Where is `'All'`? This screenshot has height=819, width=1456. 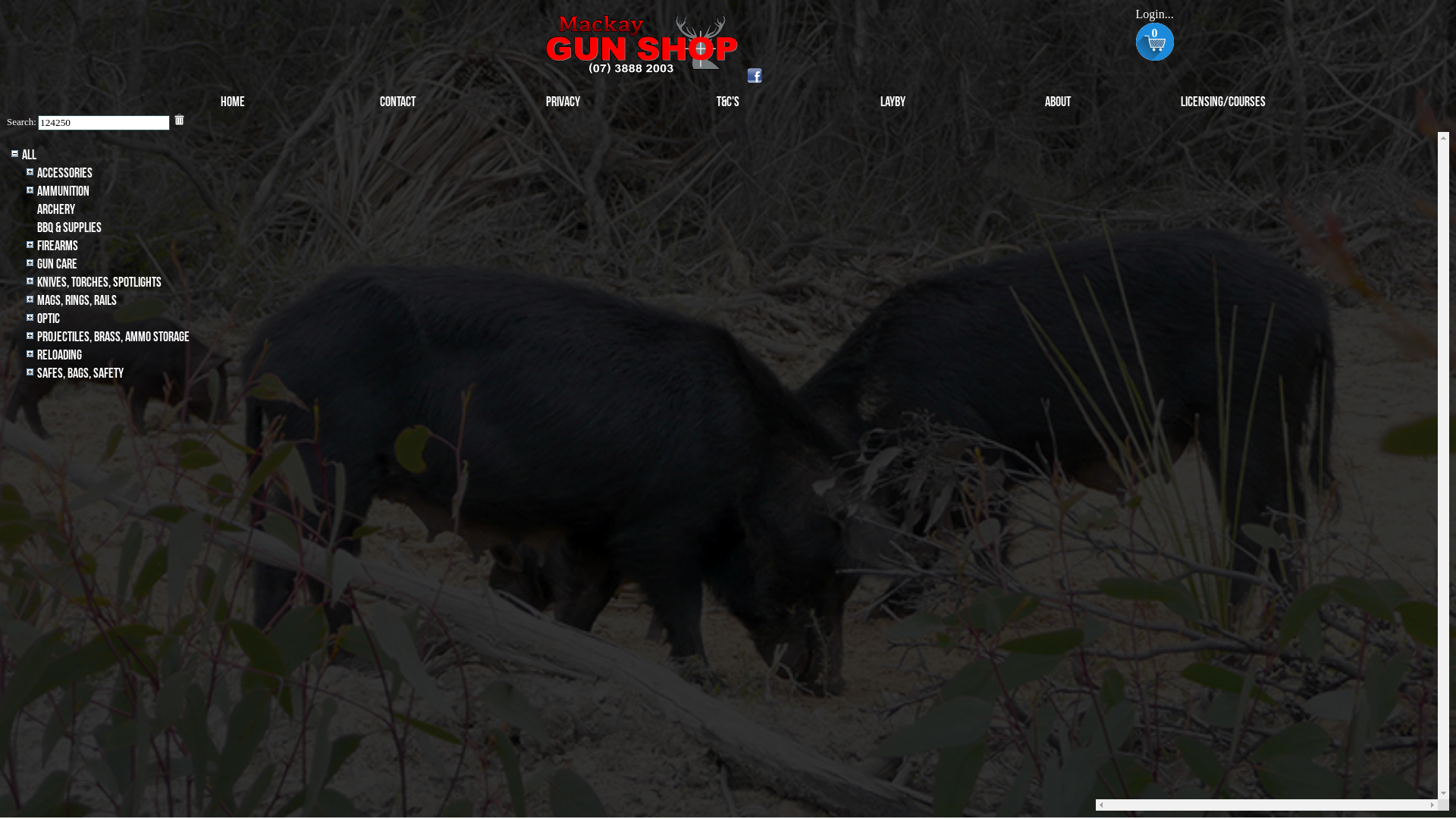
'All' is located at coordinates (29, 155).